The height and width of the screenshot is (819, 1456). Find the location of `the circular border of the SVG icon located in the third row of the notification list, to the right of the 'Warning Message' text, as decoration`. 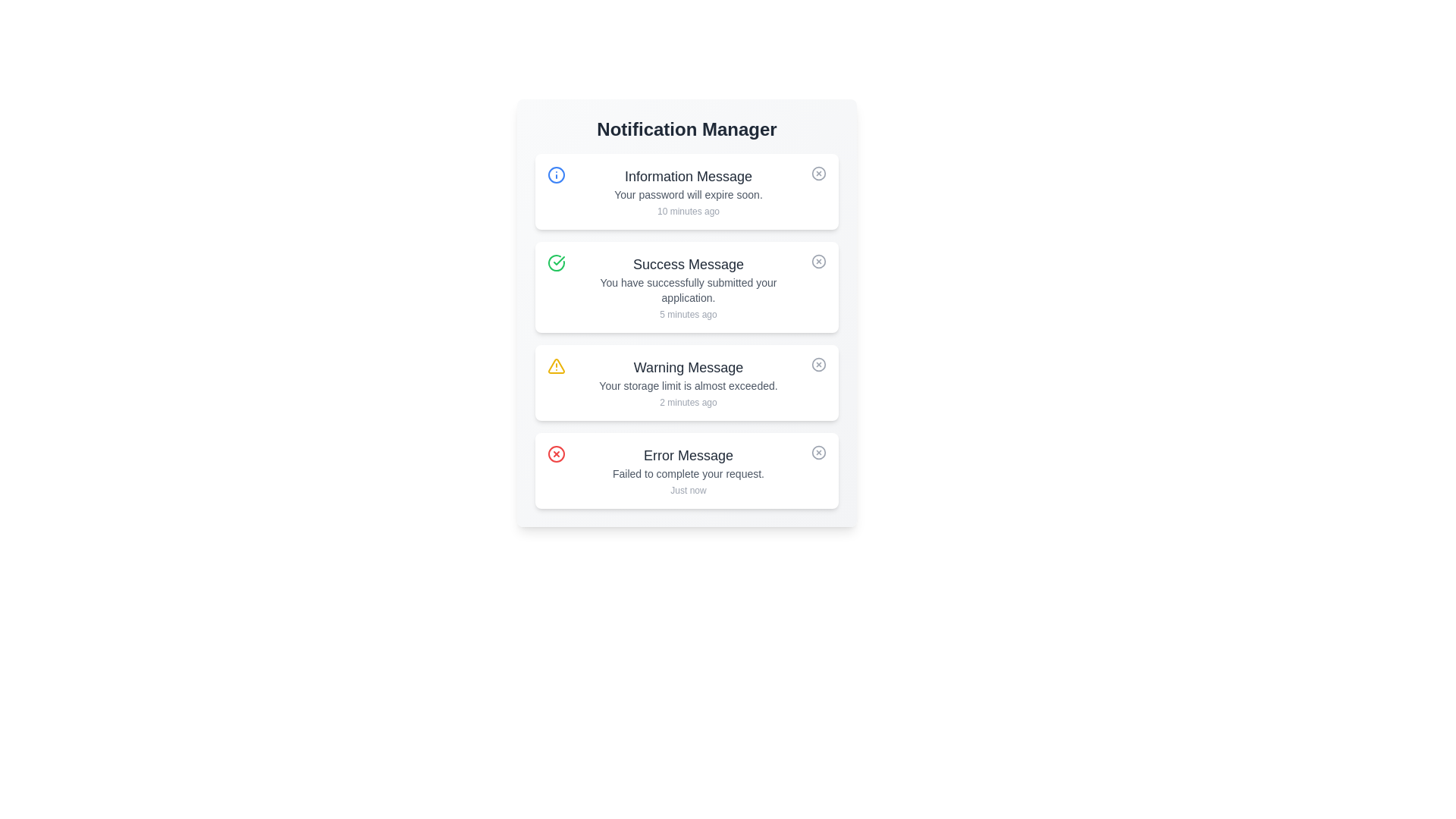

the circular border of the SVG icon located in the third row of the notification list, to the right of the 'Warning Message' text, as decoration is located at coordinates (818, 365).